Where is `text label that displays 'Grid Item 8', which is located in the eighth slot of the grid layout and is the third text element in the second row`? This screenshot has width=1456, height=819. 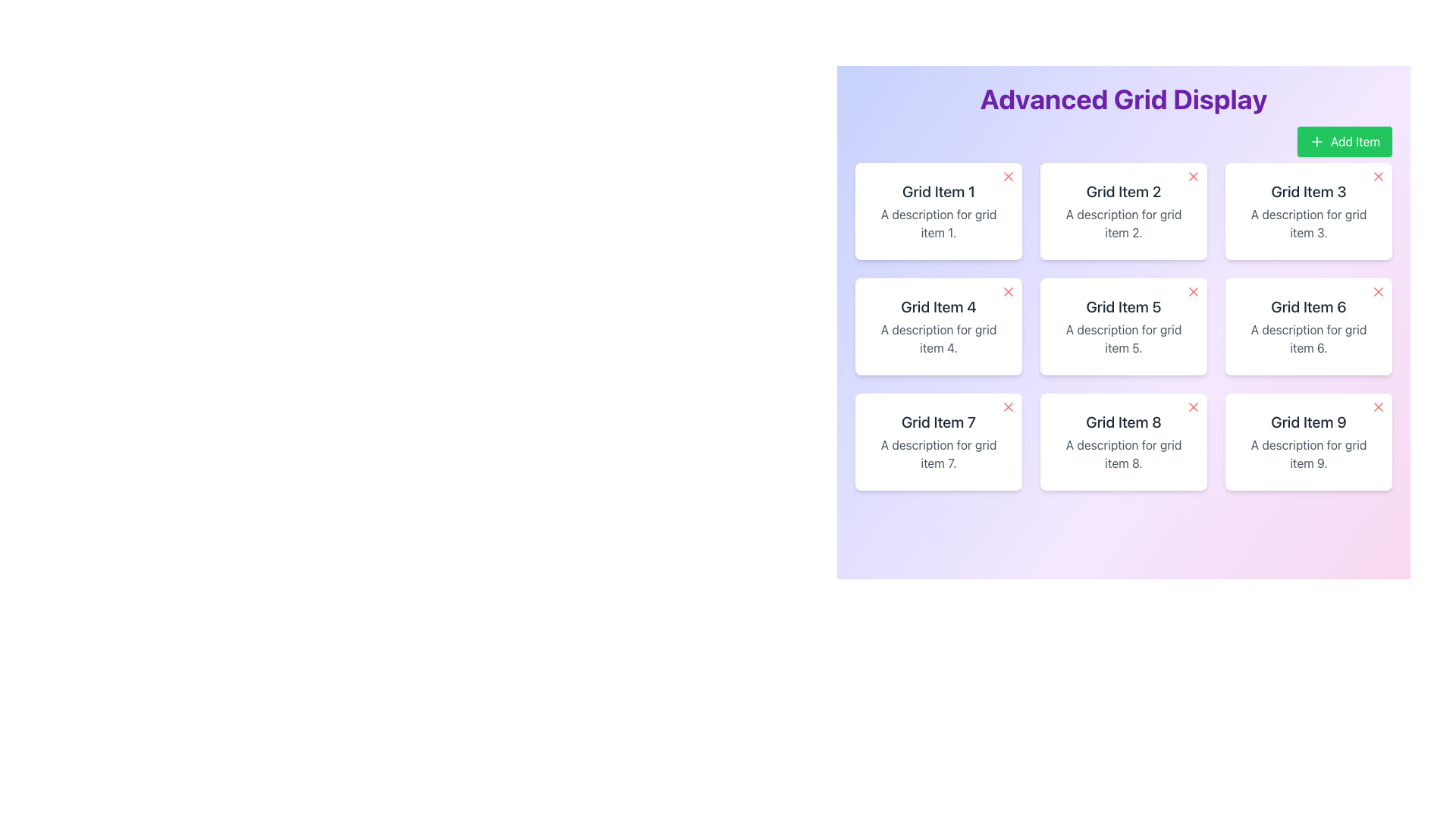
text label that displays 'Grid Item 8', which is located in the eighth slot of the grid layout and is the third text element in the second row is located at coordinates (1124, 422).